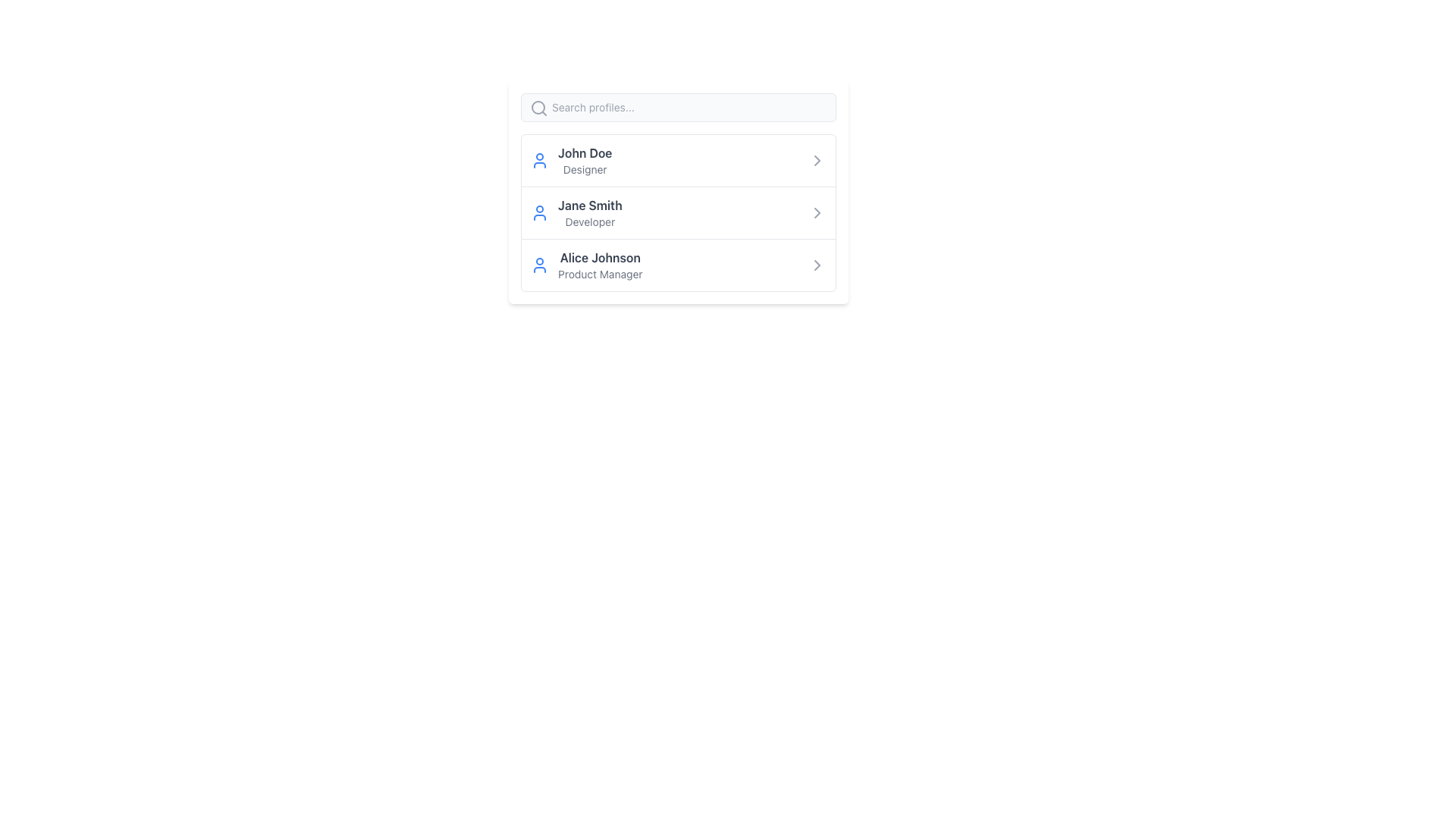 Image resolution: width=1456 pixels, height=819 pixels. I want to click on the user avatar icon with a blue outline and white background associated with 'Alice Johnson', the Product Manager, so click(539, 265).